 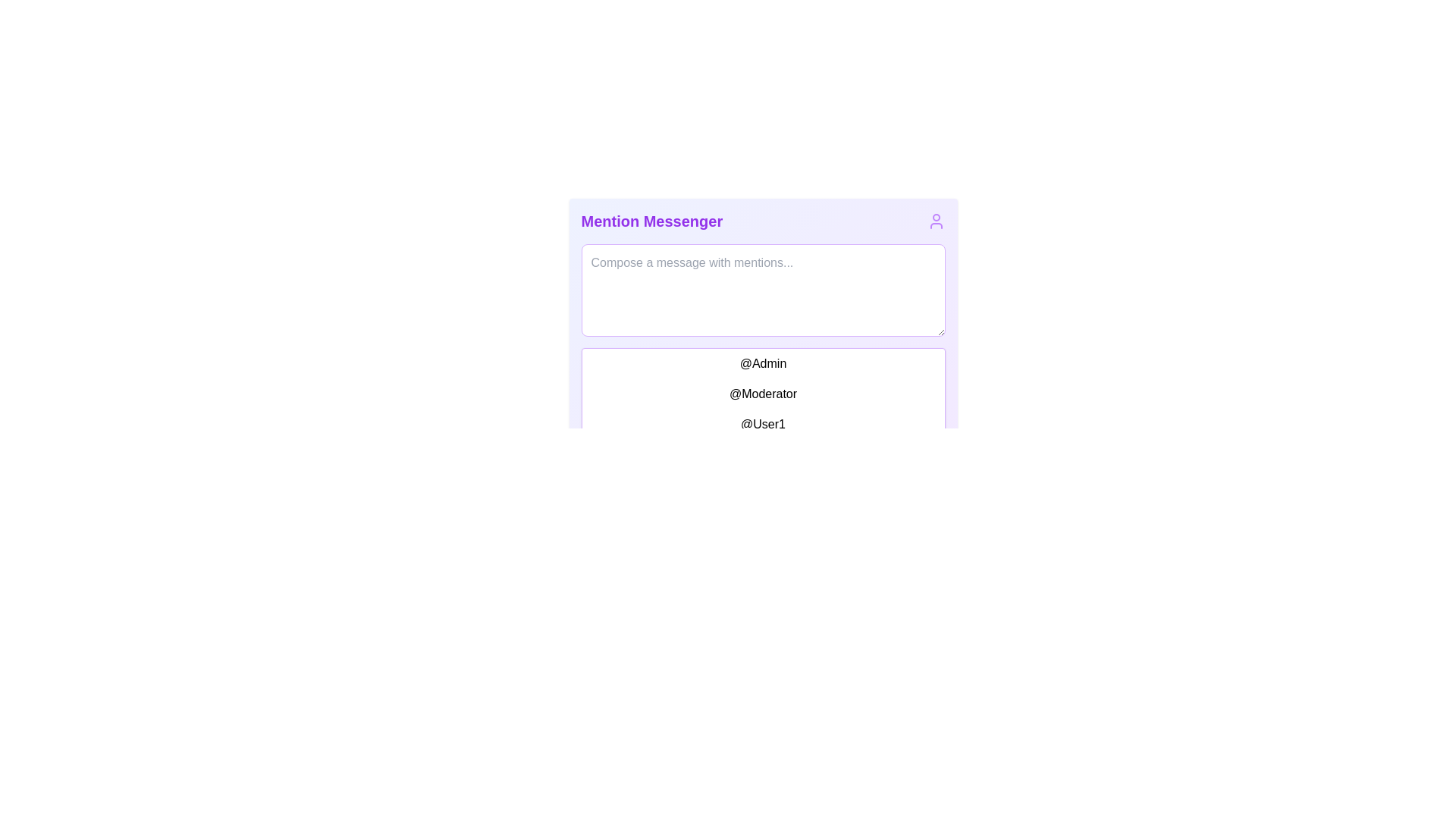 What do you see at coordinates (763, 409) in the screenshot?
I see `the third item in the selectable list of usernames, which is displayed with an '@' prefix and is located below '@Moderator' and above '@User2'` at bounding box center [763, 409].